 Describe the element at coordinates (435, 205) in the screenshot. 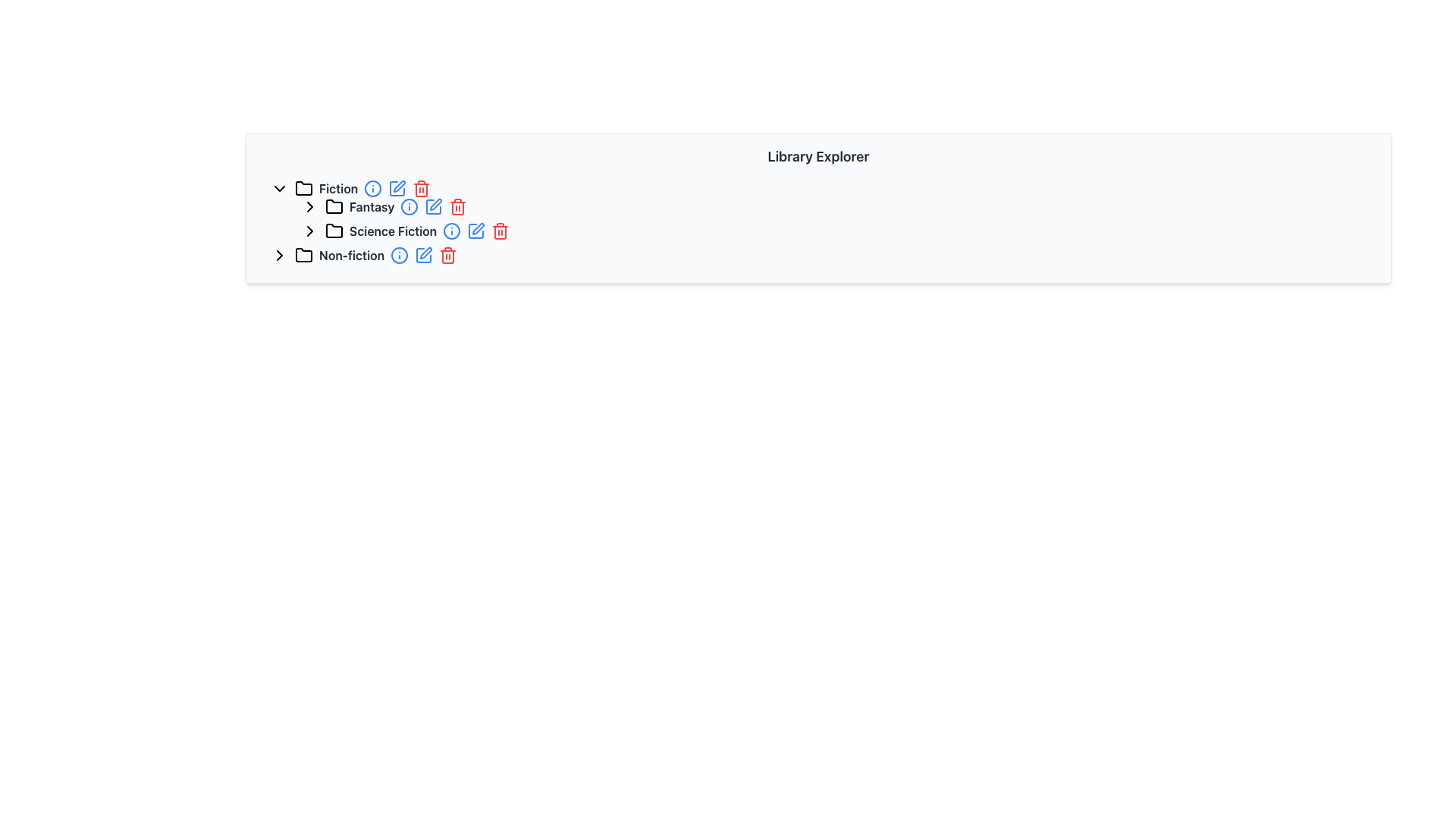

I see `the pencil-shaped icon with a blue outline` at that location.